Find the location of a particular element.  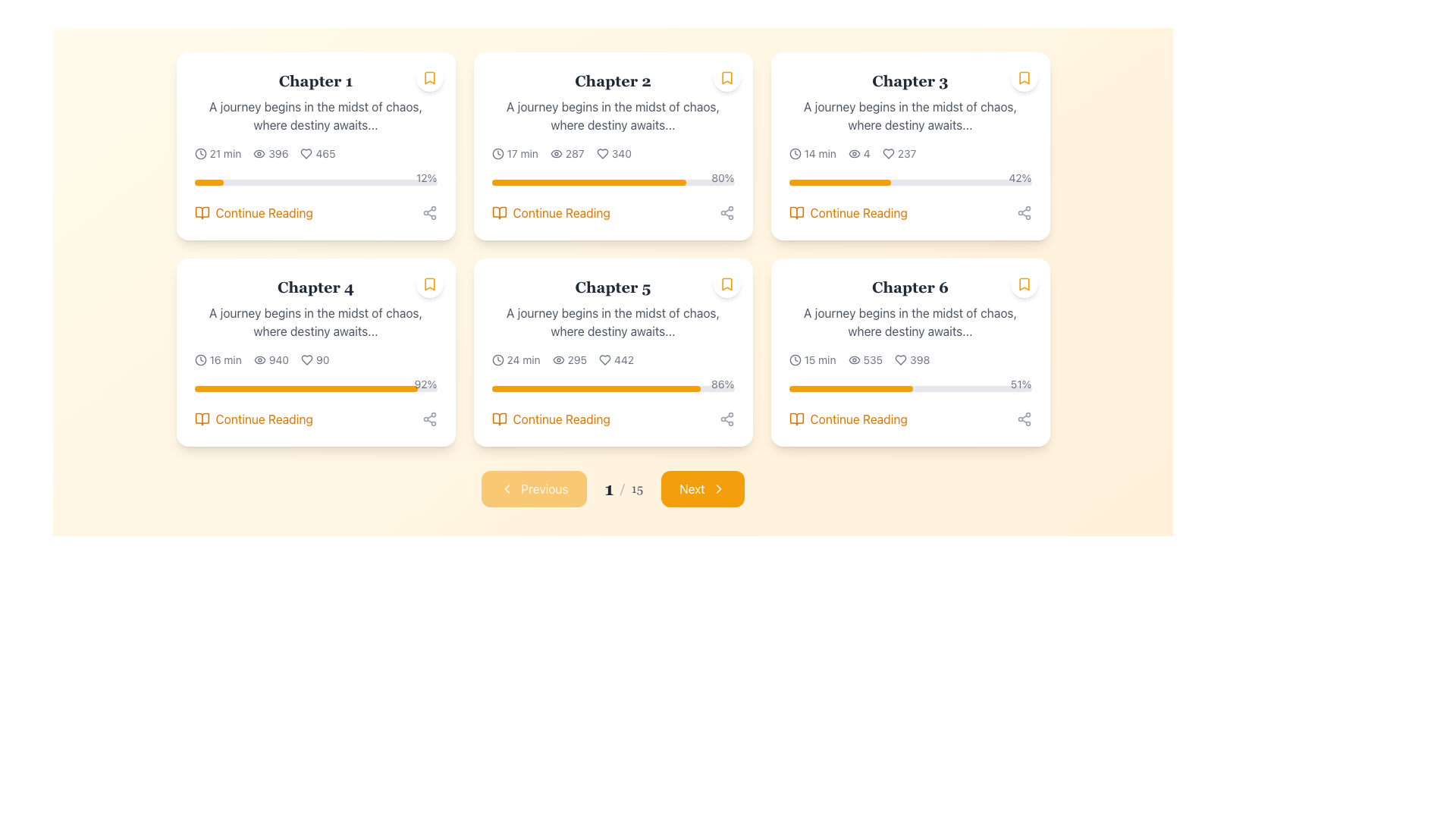

the Decorative SVG circle within the clock icon located at the top-left corner of the 'Chapter 5' card is located at coordinates (497, 359).